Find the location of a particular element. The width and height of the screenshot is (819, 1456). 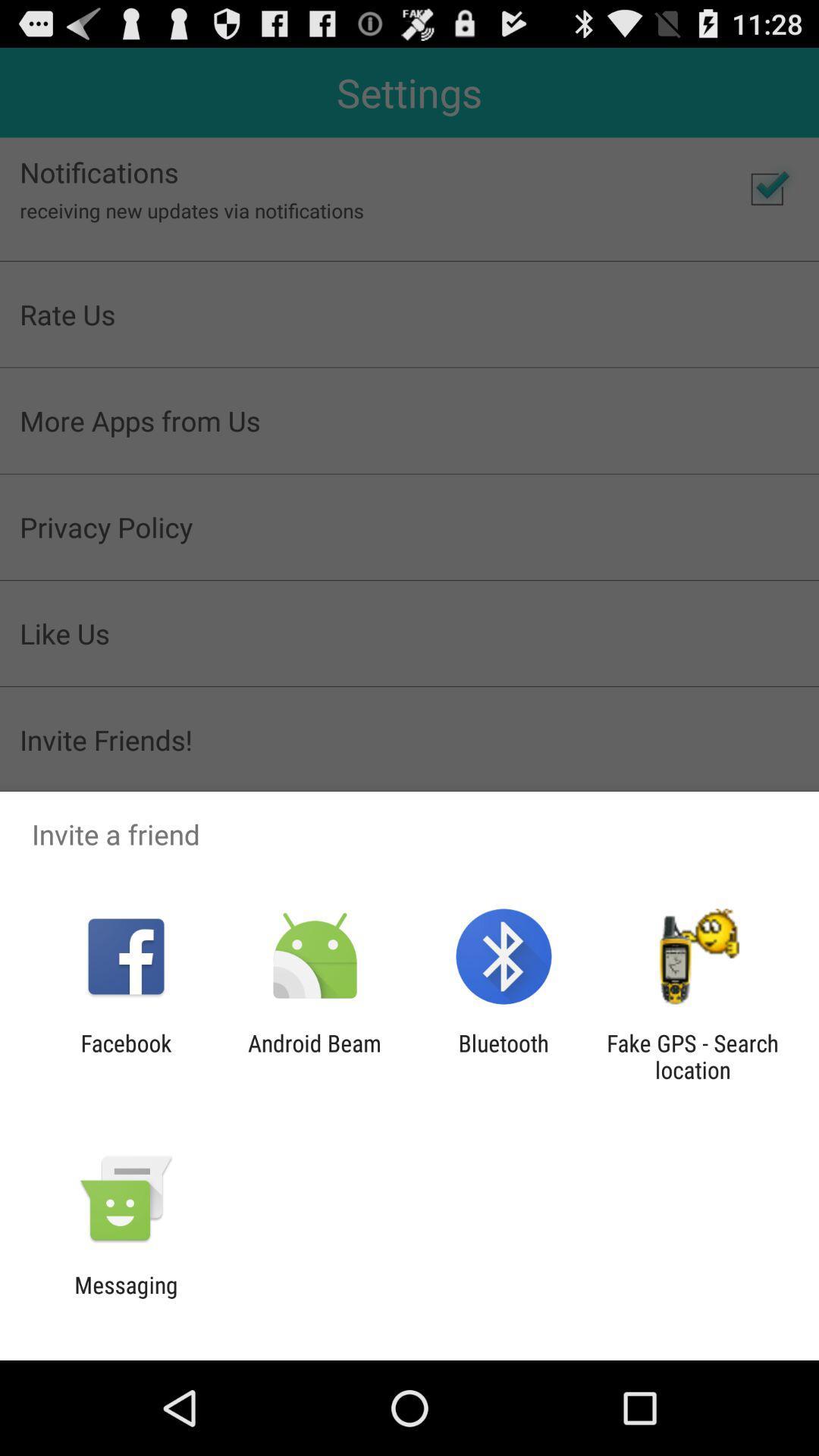

the icon to the right of facebook item is located at coordinates (314, 1056).